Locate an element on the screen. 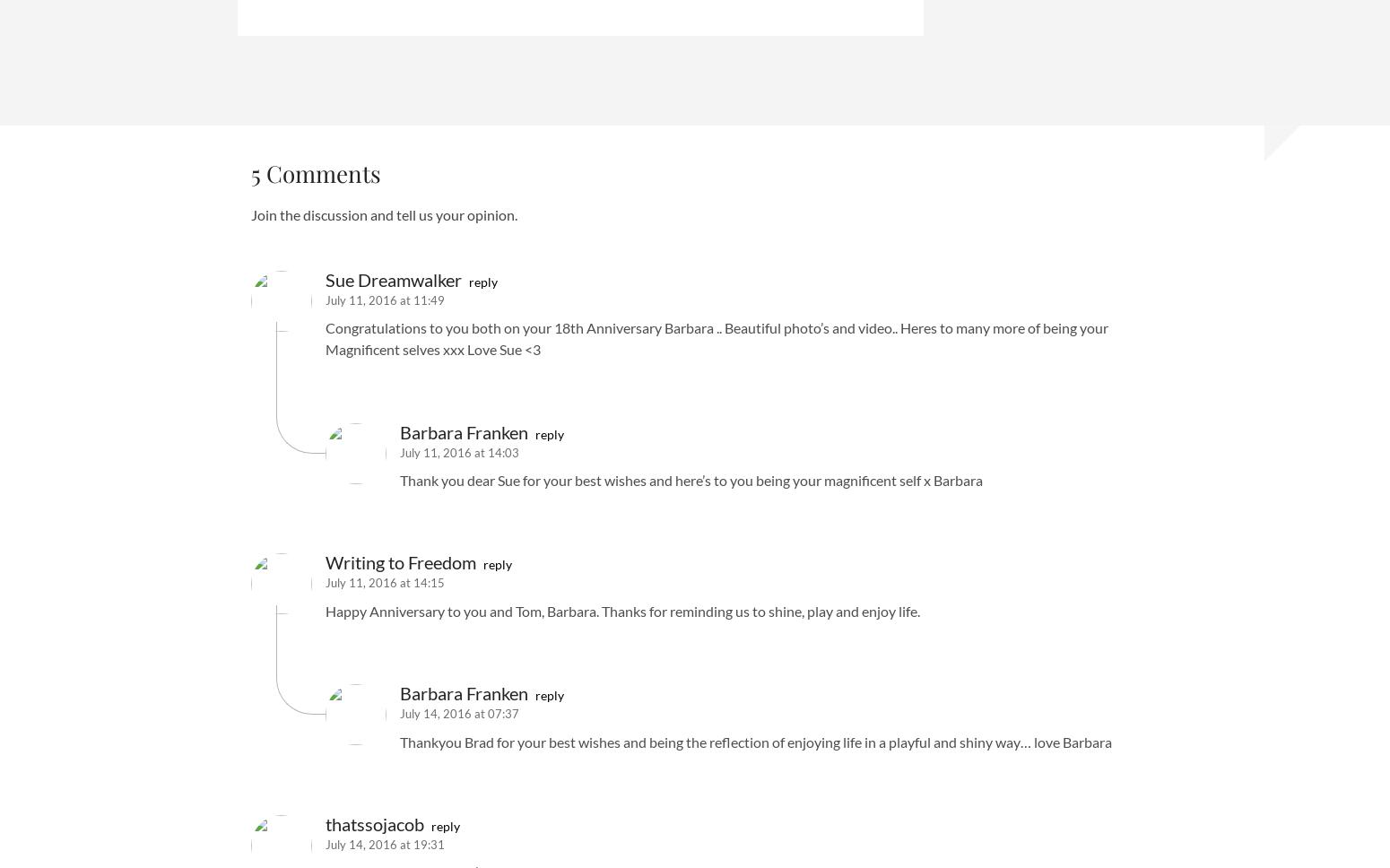  'July 14, 2016 at 19:31' is located at coordinates (385, 843).